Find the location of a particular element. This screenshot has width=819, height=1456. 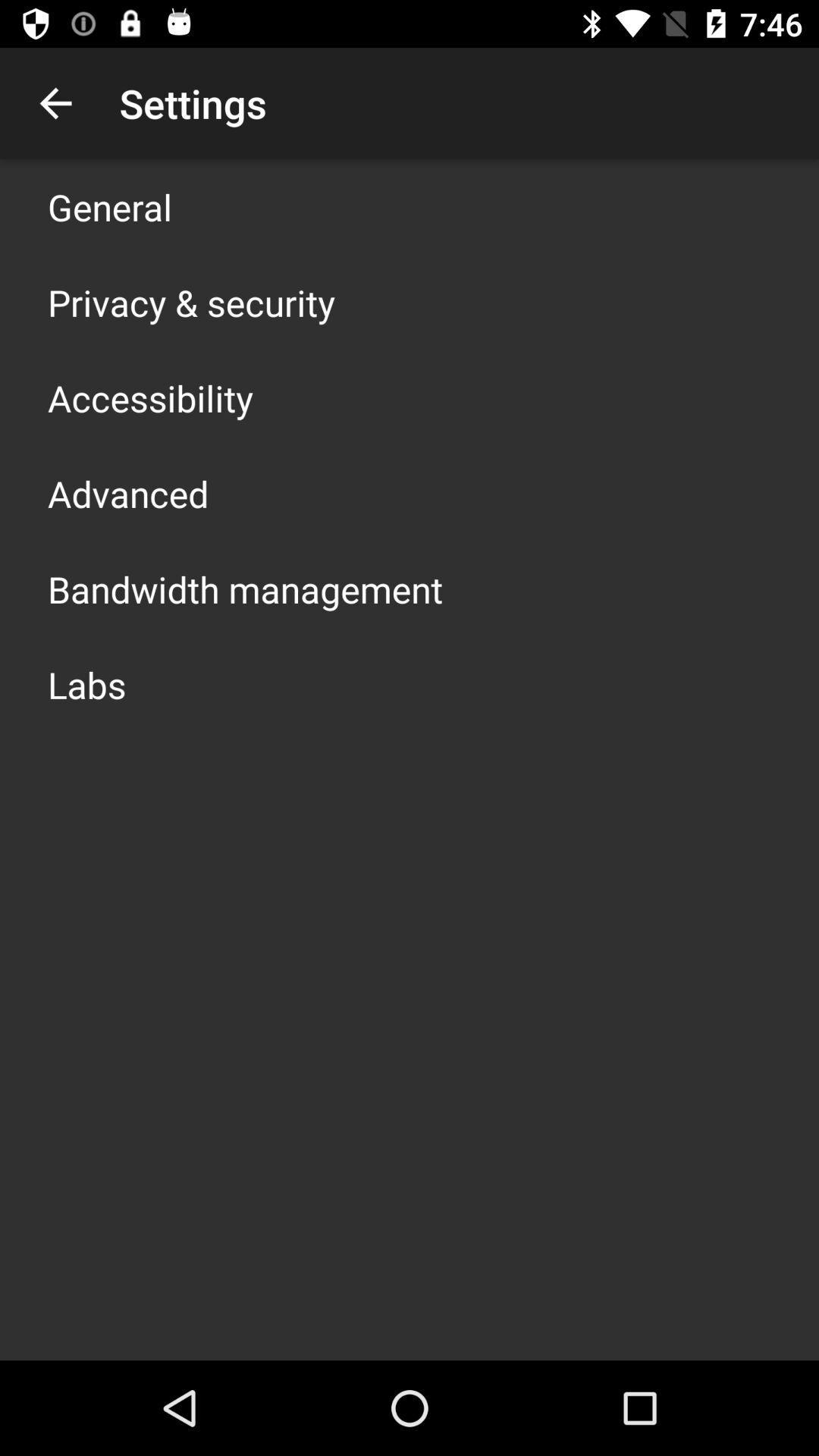

app below bandwidth management is located at coordinates (86, 683).